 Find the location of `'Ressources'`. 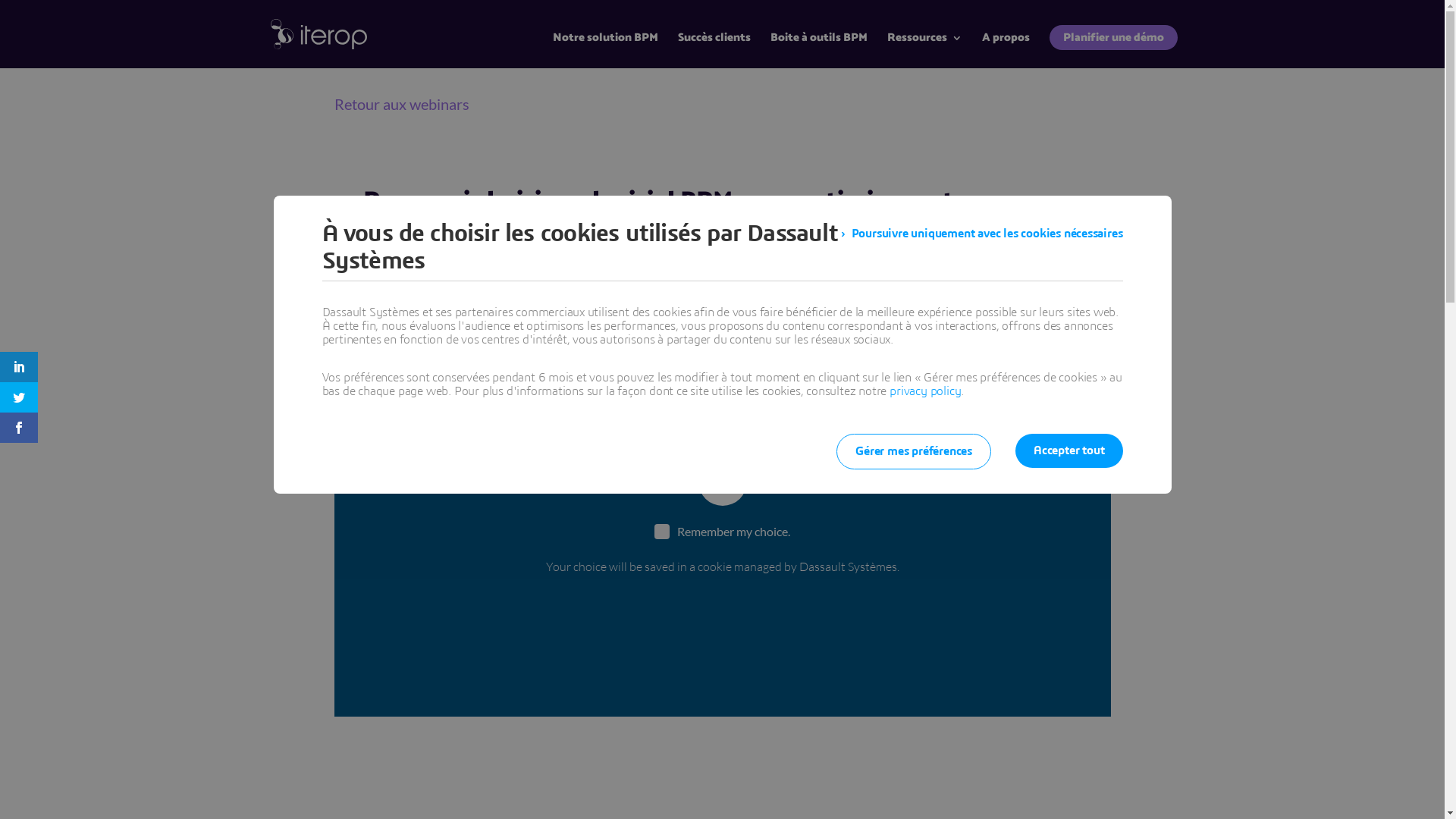

'Ressources' is located at coordinates (924, 49).